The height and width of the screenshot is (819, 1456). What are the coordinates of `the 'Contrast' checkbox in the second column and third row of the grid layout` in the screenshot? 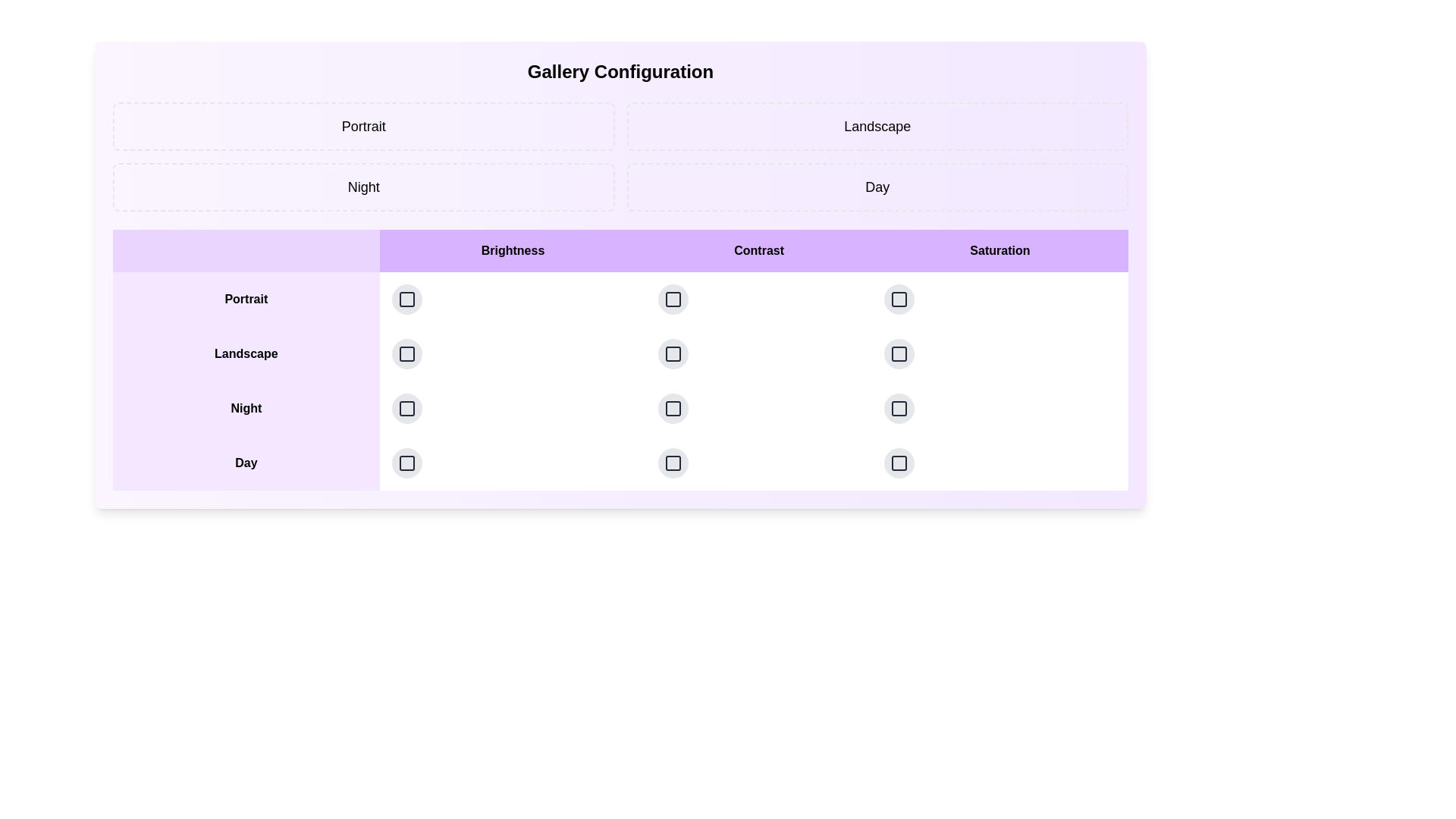 It's located at (673, 353).